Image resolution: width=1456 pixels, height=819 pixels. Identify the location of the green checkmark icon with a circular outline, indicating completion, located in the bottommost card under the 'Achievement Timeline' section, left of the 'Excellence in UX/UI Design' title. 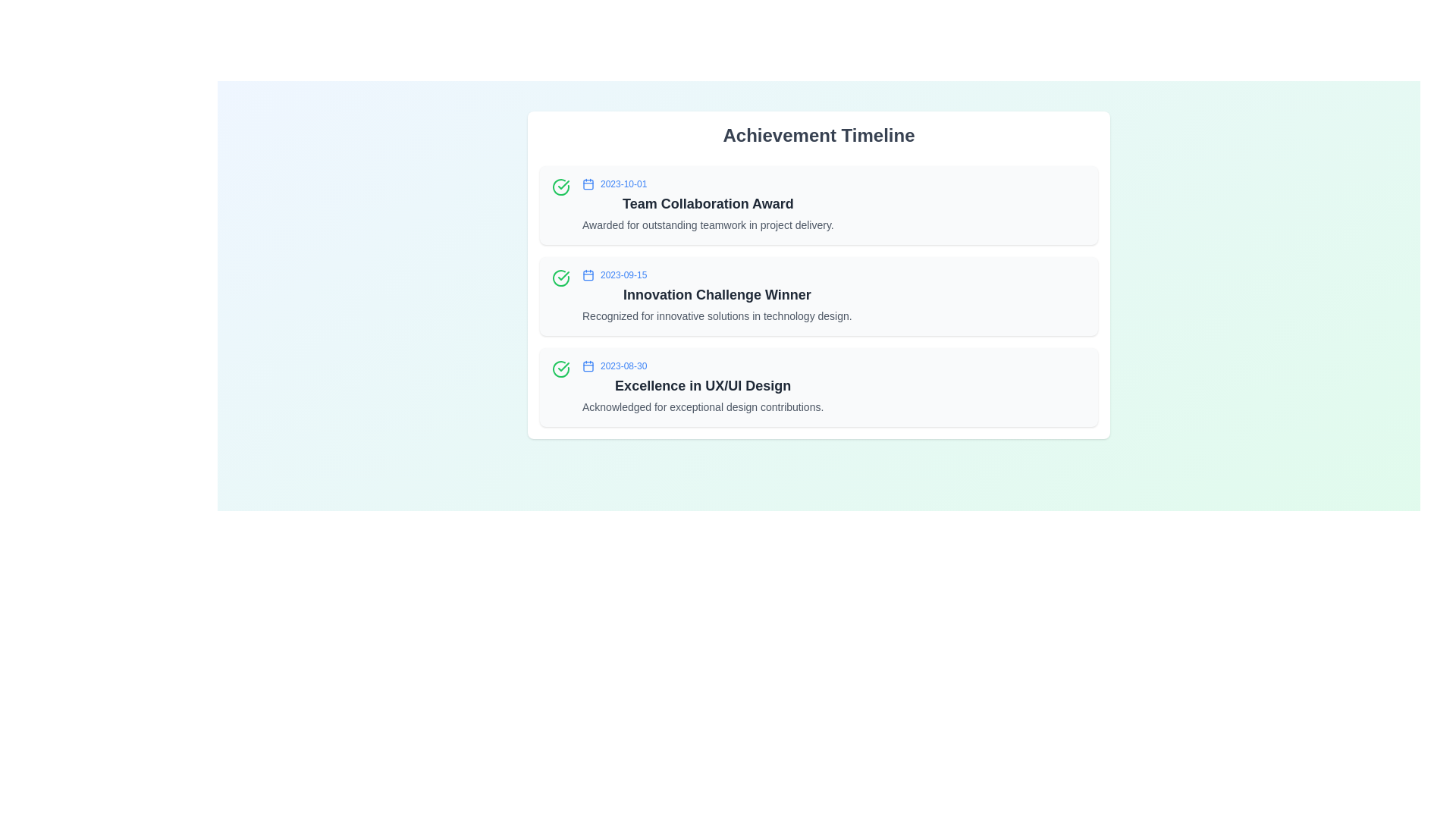
(560, 369).